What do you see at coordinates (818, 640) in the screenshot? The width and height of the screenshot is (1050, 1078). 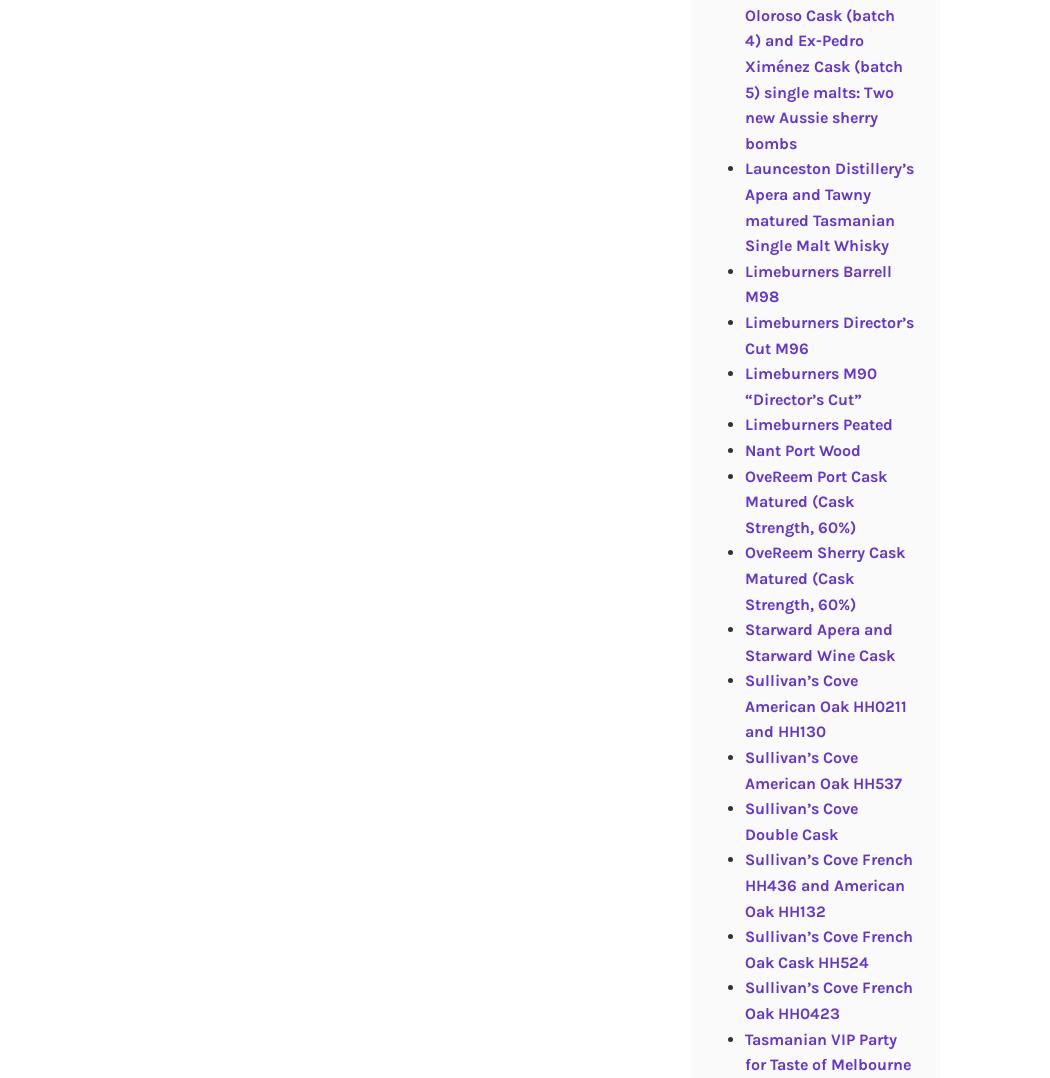 I see `'Starward Apera and Starward Wine Cask'` at bounding box center [818, 640].